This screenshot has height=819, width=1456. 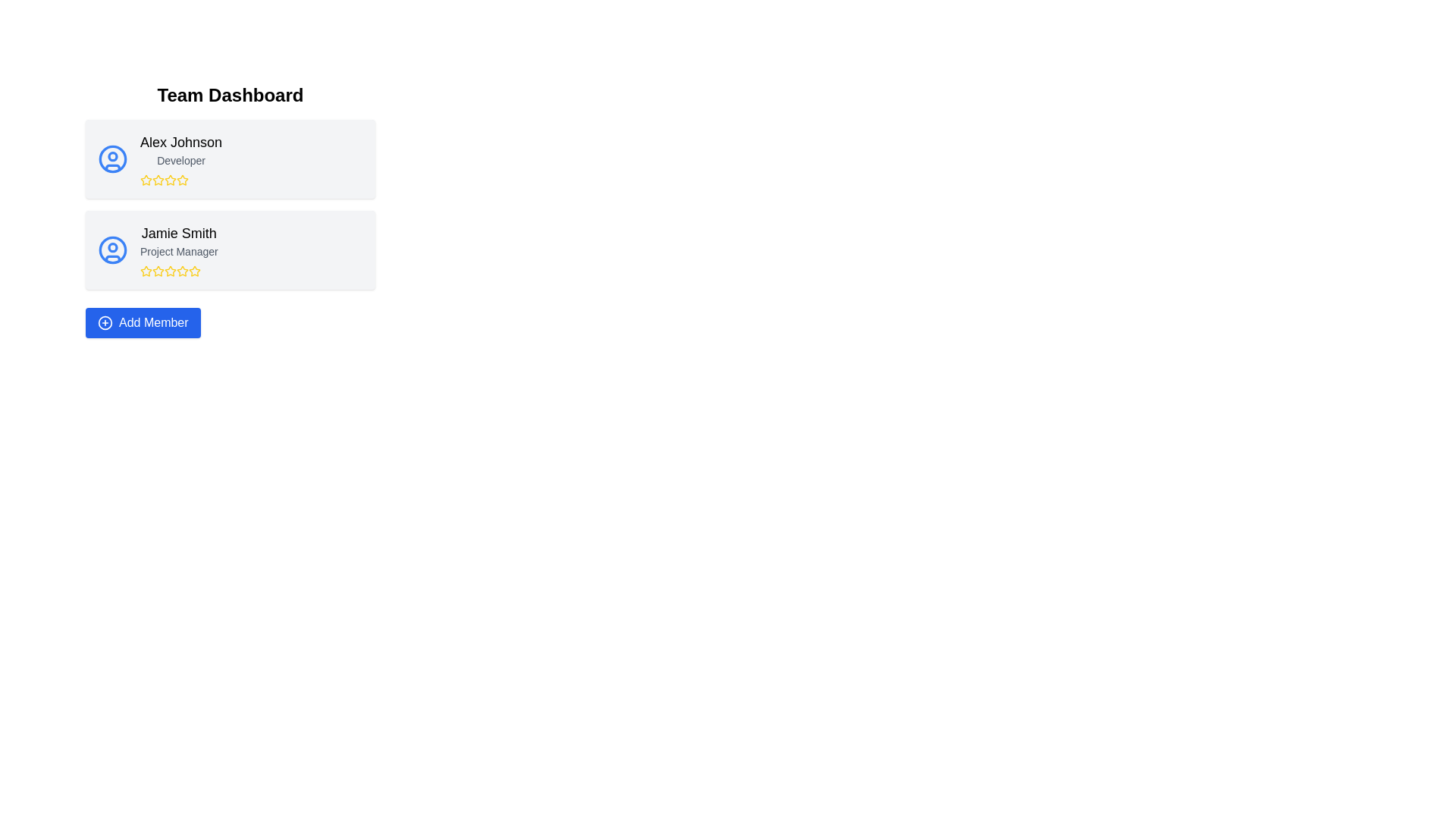 I want to click on the first yellow rating star icon located under the 'Jamie Smith' profile card in the 'Team Dashboard' interface for interaction, so click(x=146, y=270).